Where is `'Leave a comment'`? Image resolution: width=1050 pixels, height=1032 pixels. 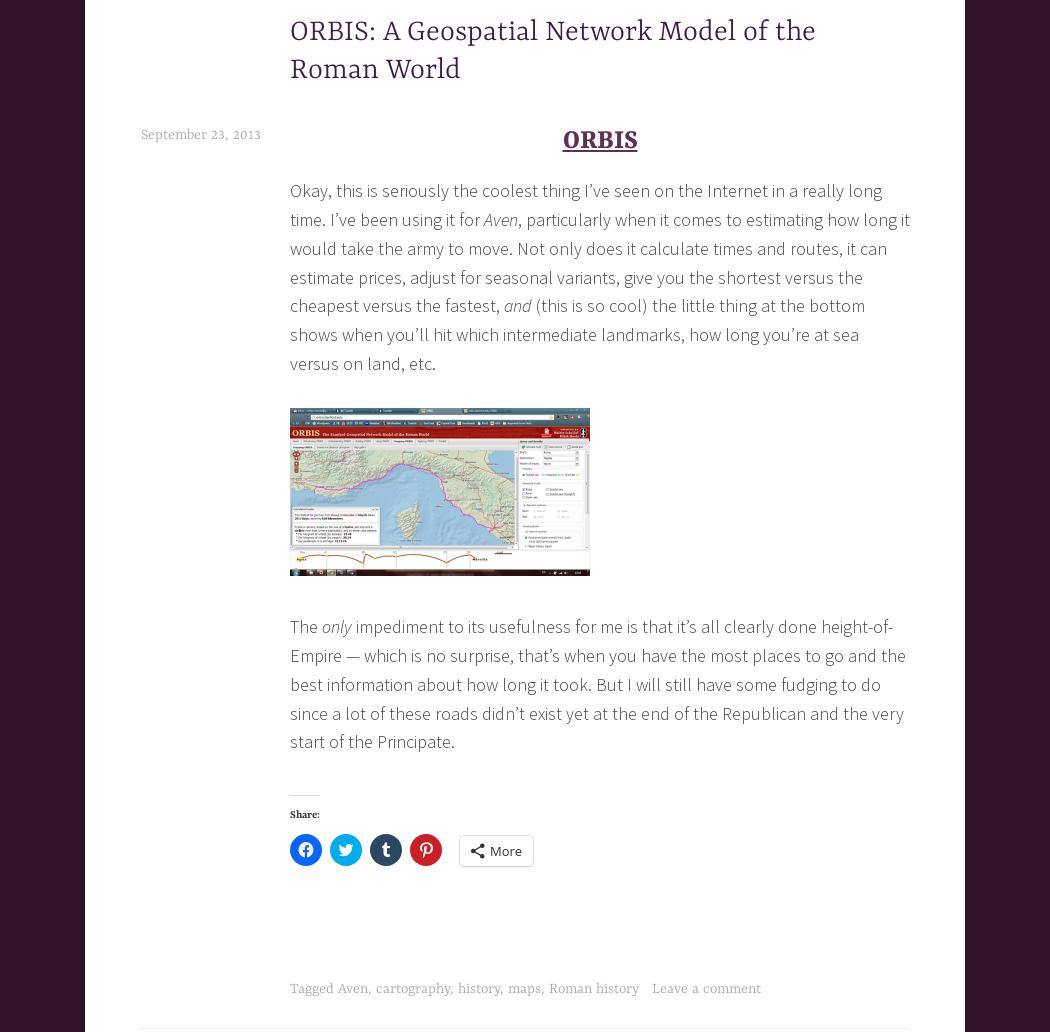
'Leave a comment' is located at coordinates (705, 987).